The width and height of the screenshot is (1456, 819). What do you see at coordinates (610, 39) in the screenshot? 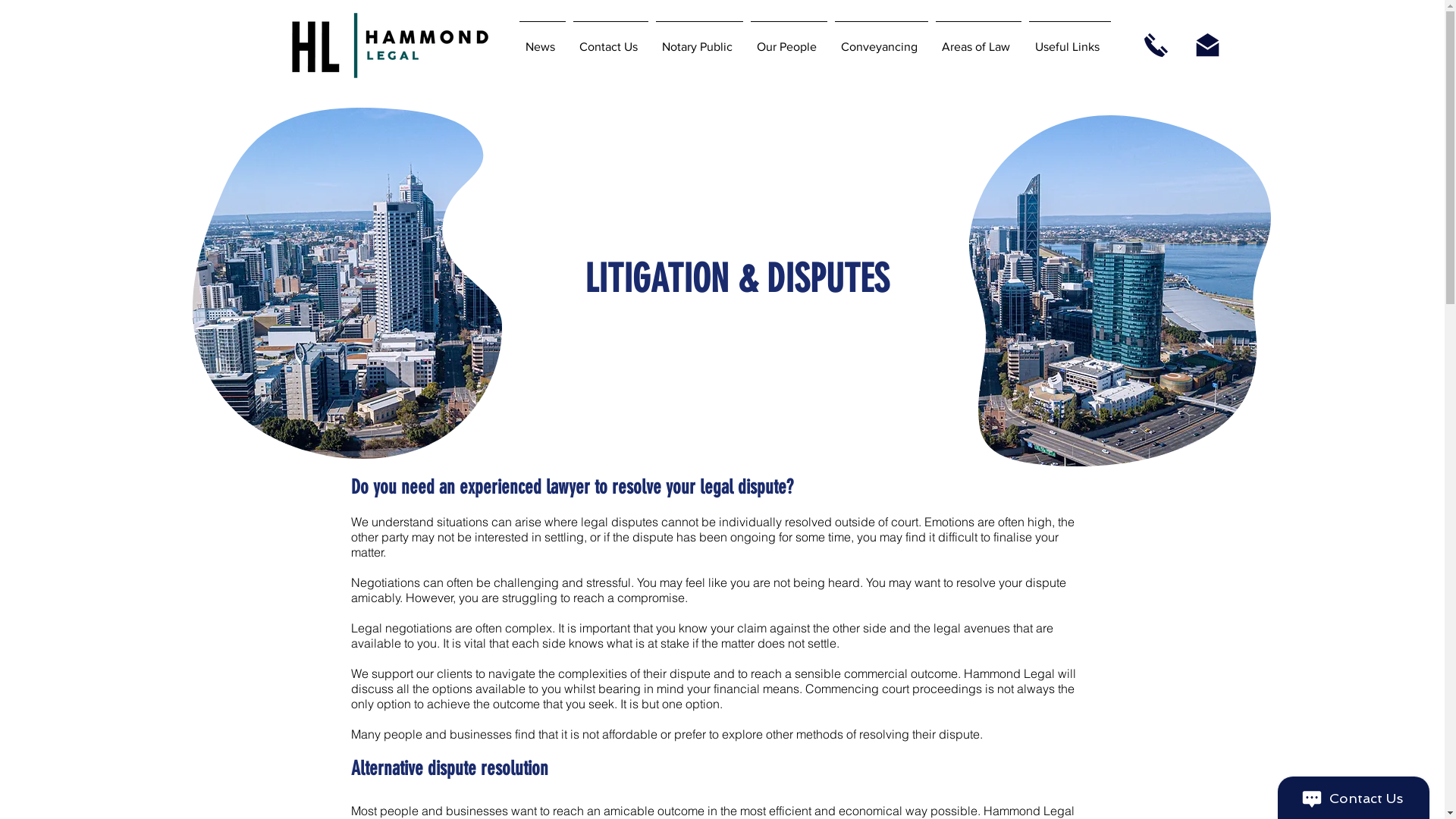
I see `'Contact Us'` at bounding box center [610, 39].